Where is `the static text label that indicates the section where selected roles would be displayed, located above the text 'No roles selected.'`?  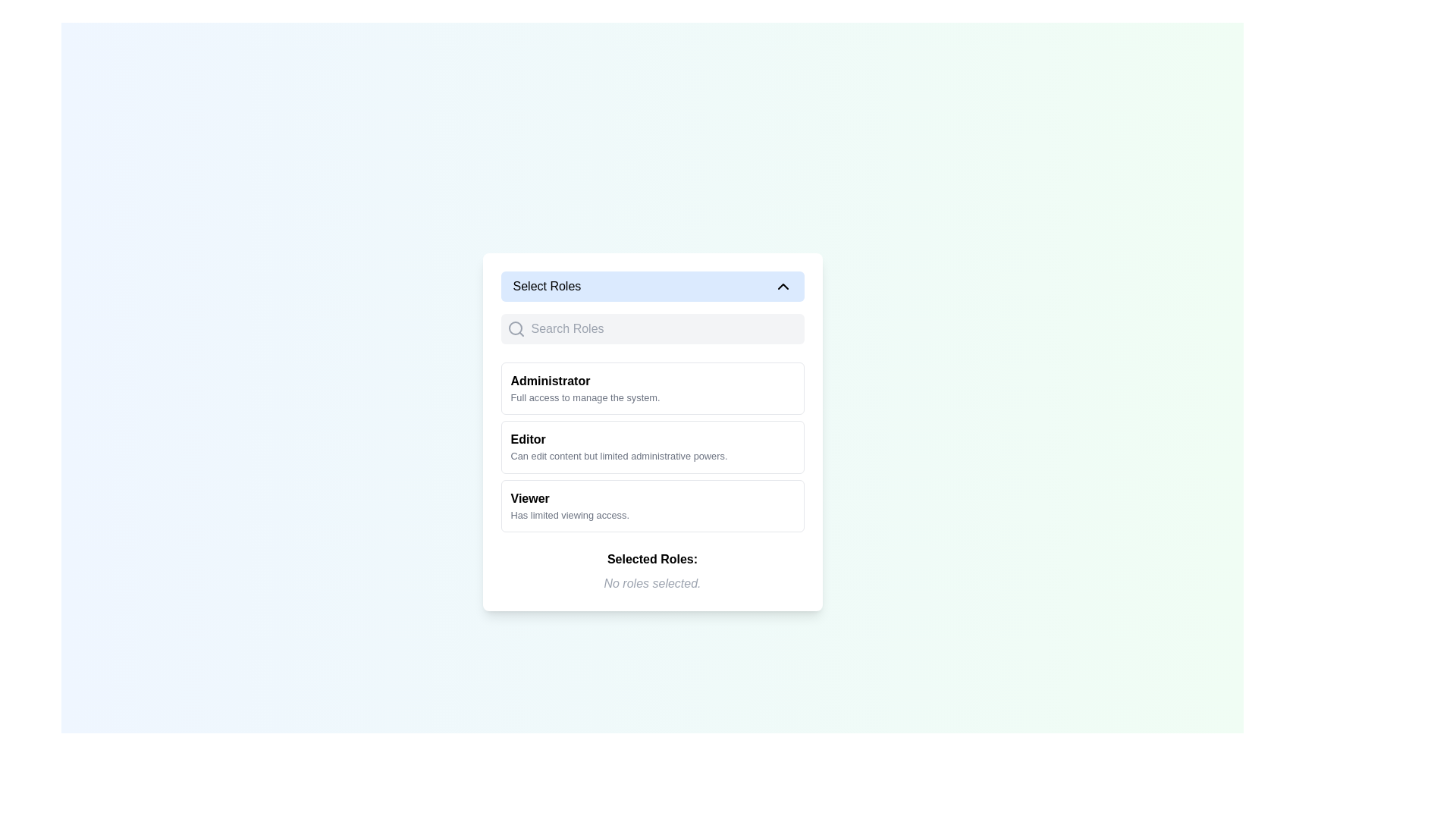
the static text label that indicates the section where selected roles would be displayed, located above the text 'No roles selected.' is located at coordinates (652, 559).